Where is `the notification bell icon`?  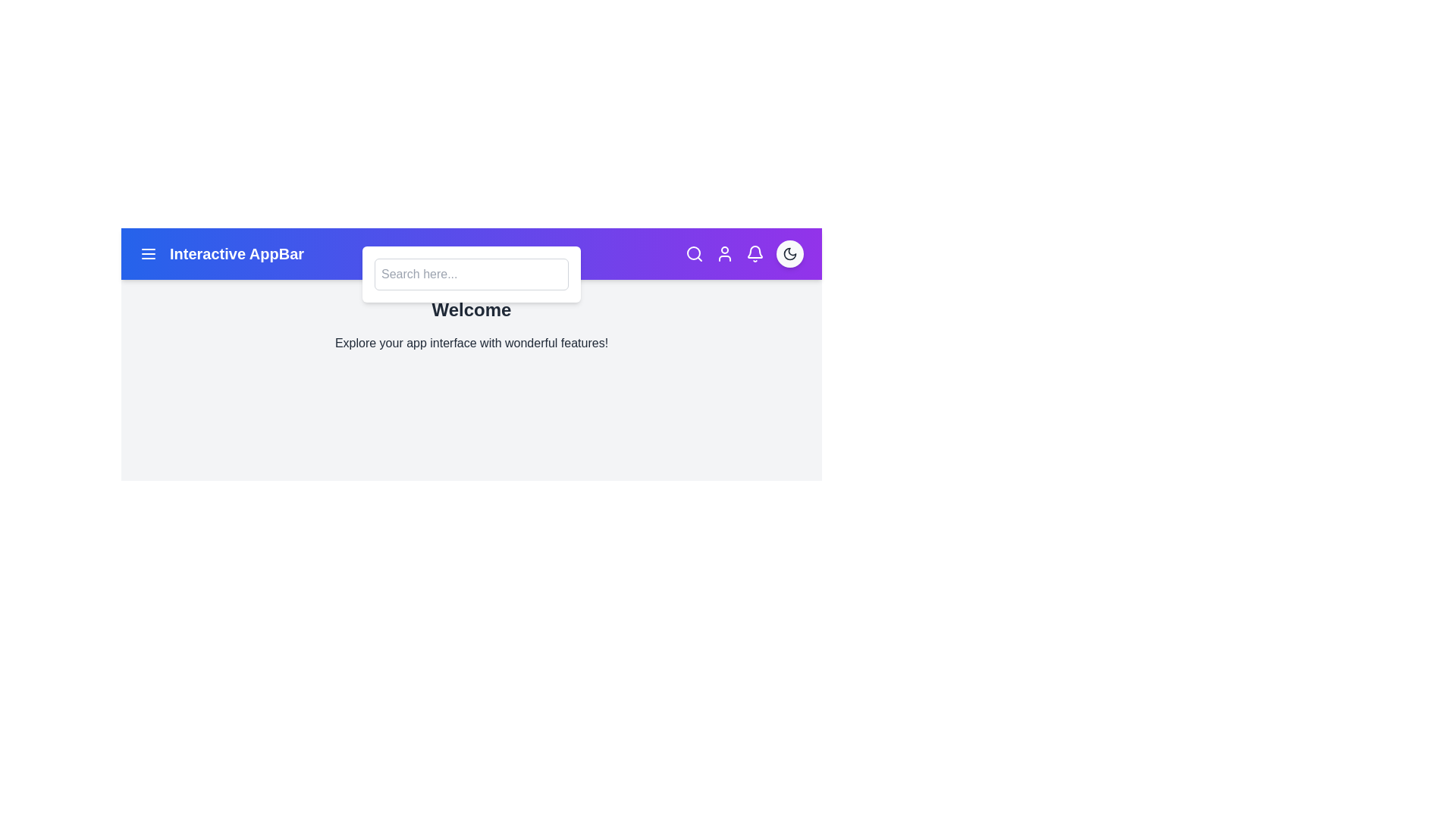 the notification bell icon is located at coordinates (755, 253).